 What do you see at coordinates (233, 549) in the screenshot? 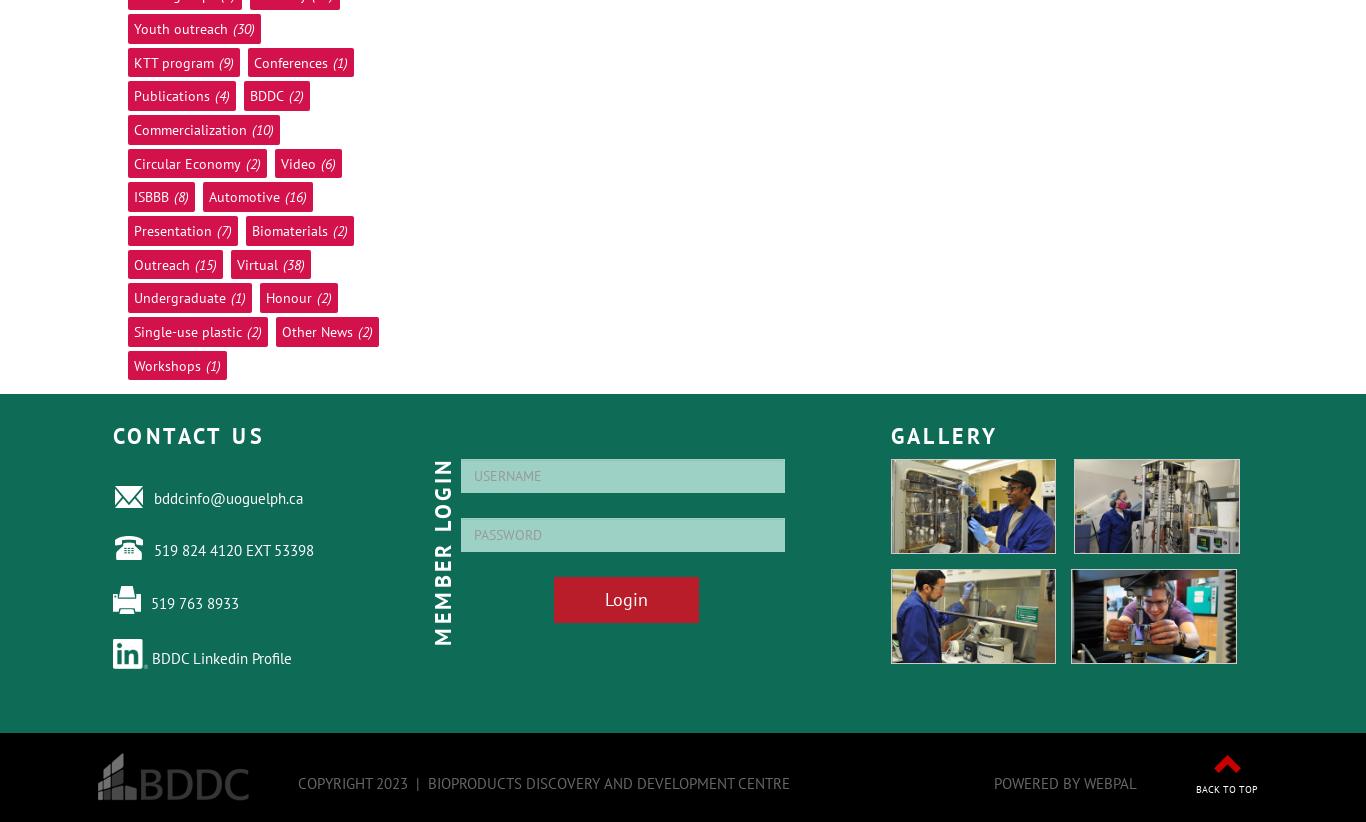
I see `'519 824 4120 EXT 53398'` at bounding box center [233, 549].